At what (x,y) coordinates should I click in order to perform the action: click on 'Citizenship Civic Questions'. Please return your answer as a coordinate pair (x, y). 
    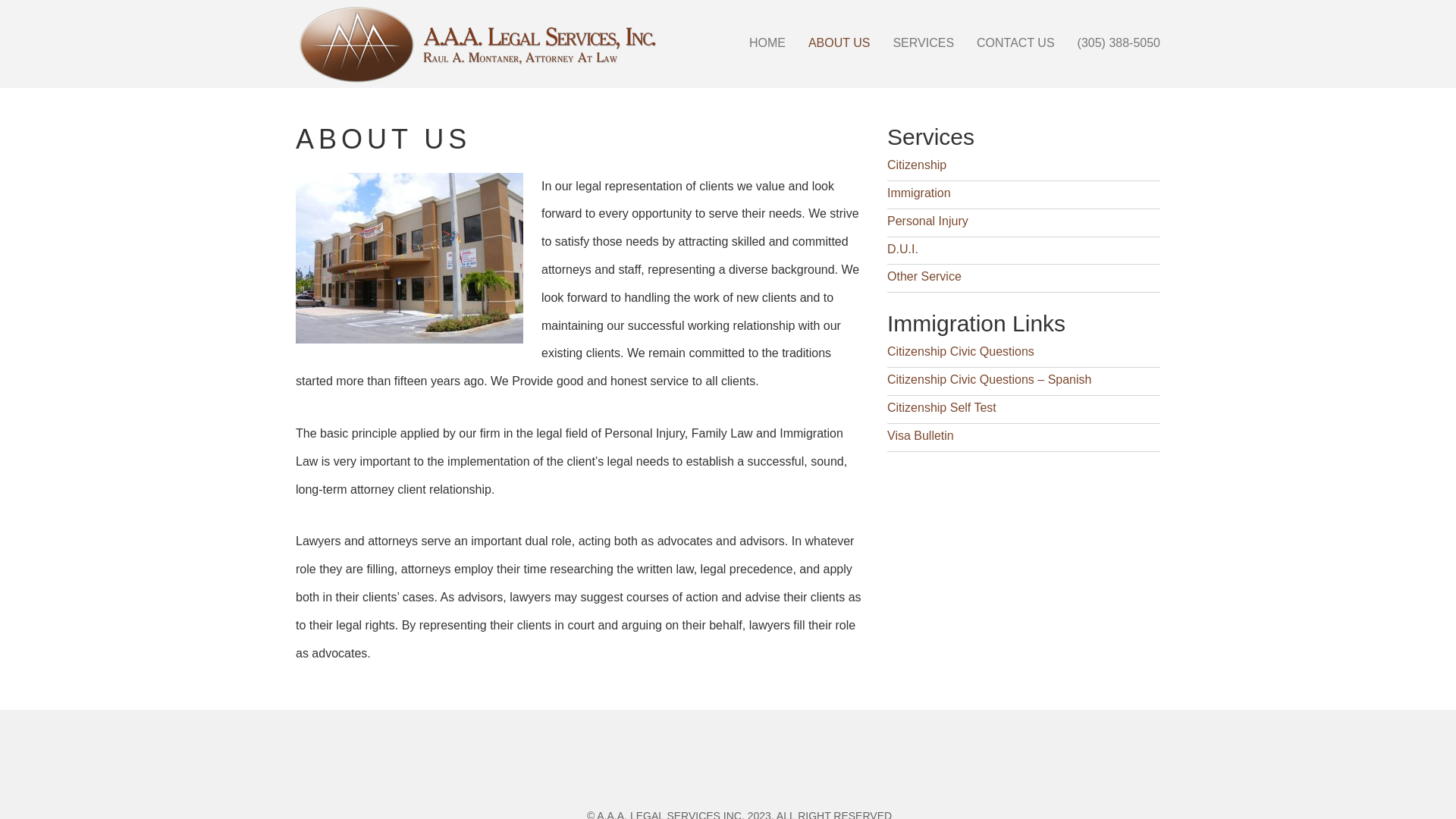
    Looking at the image, I should click on (887, 351).